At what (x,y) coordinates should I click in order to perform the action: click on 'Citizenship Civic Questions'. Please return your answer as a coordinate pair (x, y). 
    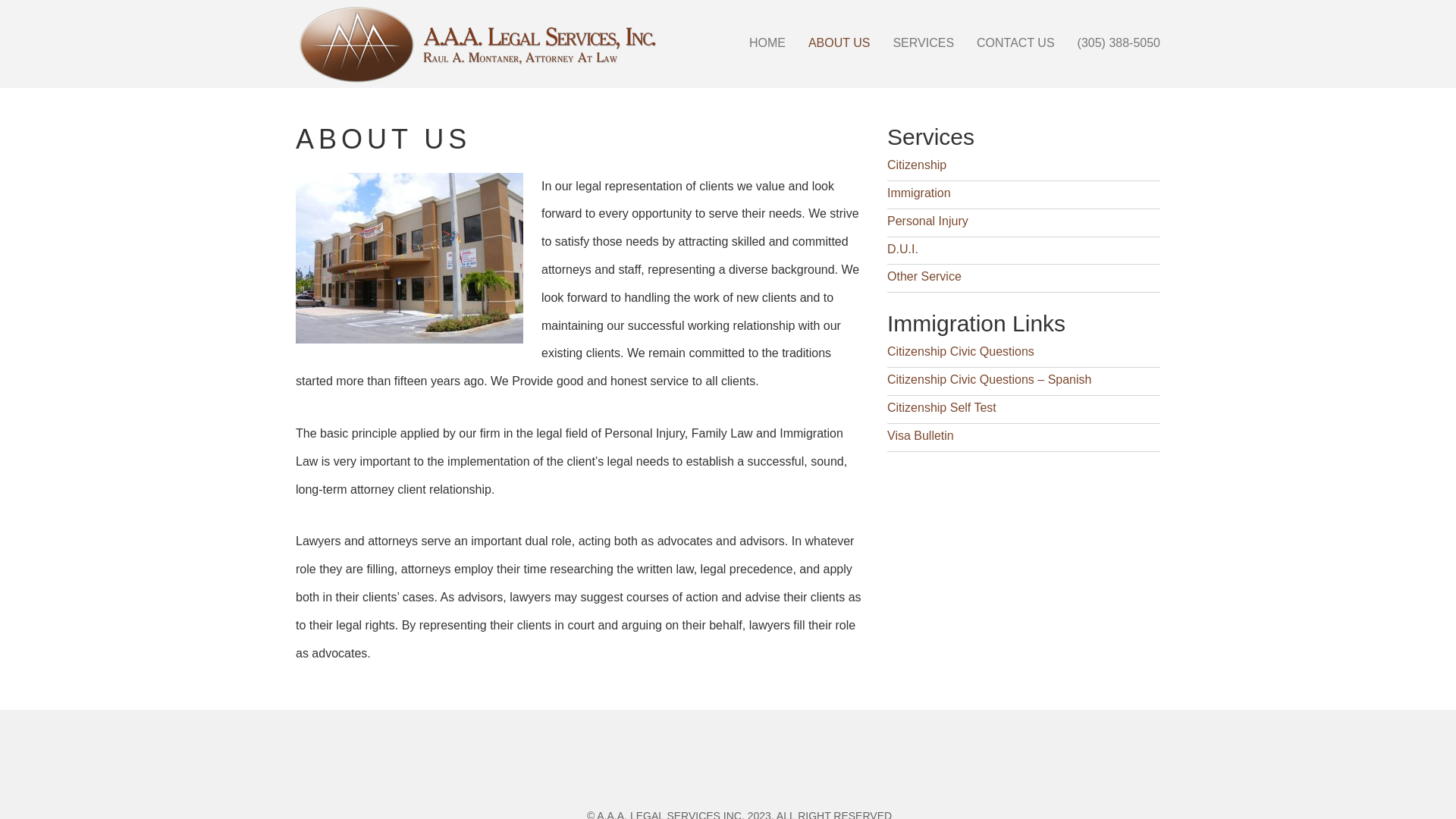
    Looking at the image, I should click on (887, 351).